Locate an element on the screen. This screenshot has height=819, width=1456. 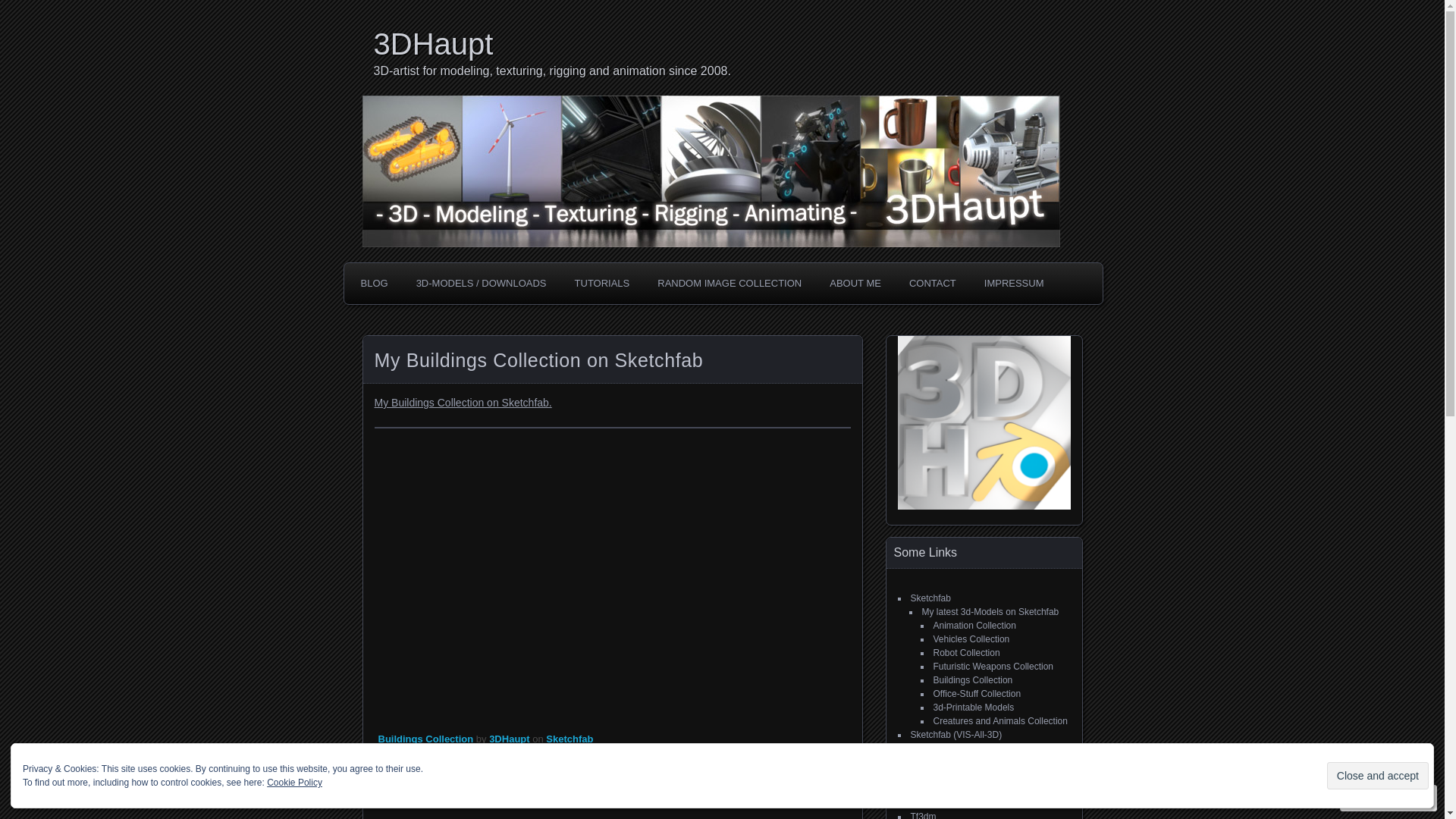
'Cookie Policy' is located at coordinates (294, 783).